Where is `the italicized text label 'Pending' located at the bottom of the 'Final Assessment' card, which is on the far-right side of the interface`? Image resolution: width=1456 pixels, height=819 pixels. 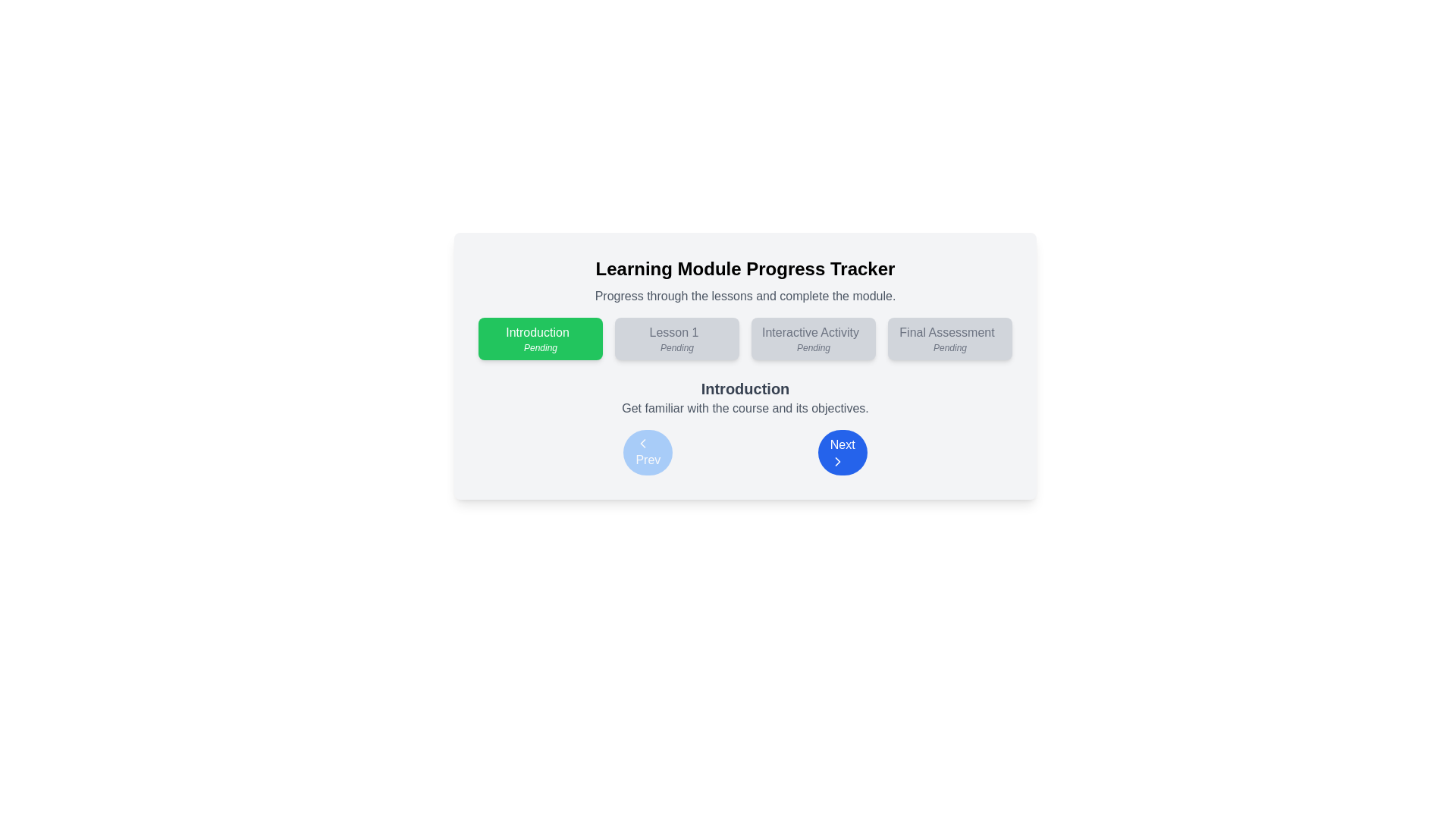
the italicized text label 'Pending' located at the bottom of the 'Final Assessment' card, which is on the far-right side of the interface is located at coordinates (949, 348).